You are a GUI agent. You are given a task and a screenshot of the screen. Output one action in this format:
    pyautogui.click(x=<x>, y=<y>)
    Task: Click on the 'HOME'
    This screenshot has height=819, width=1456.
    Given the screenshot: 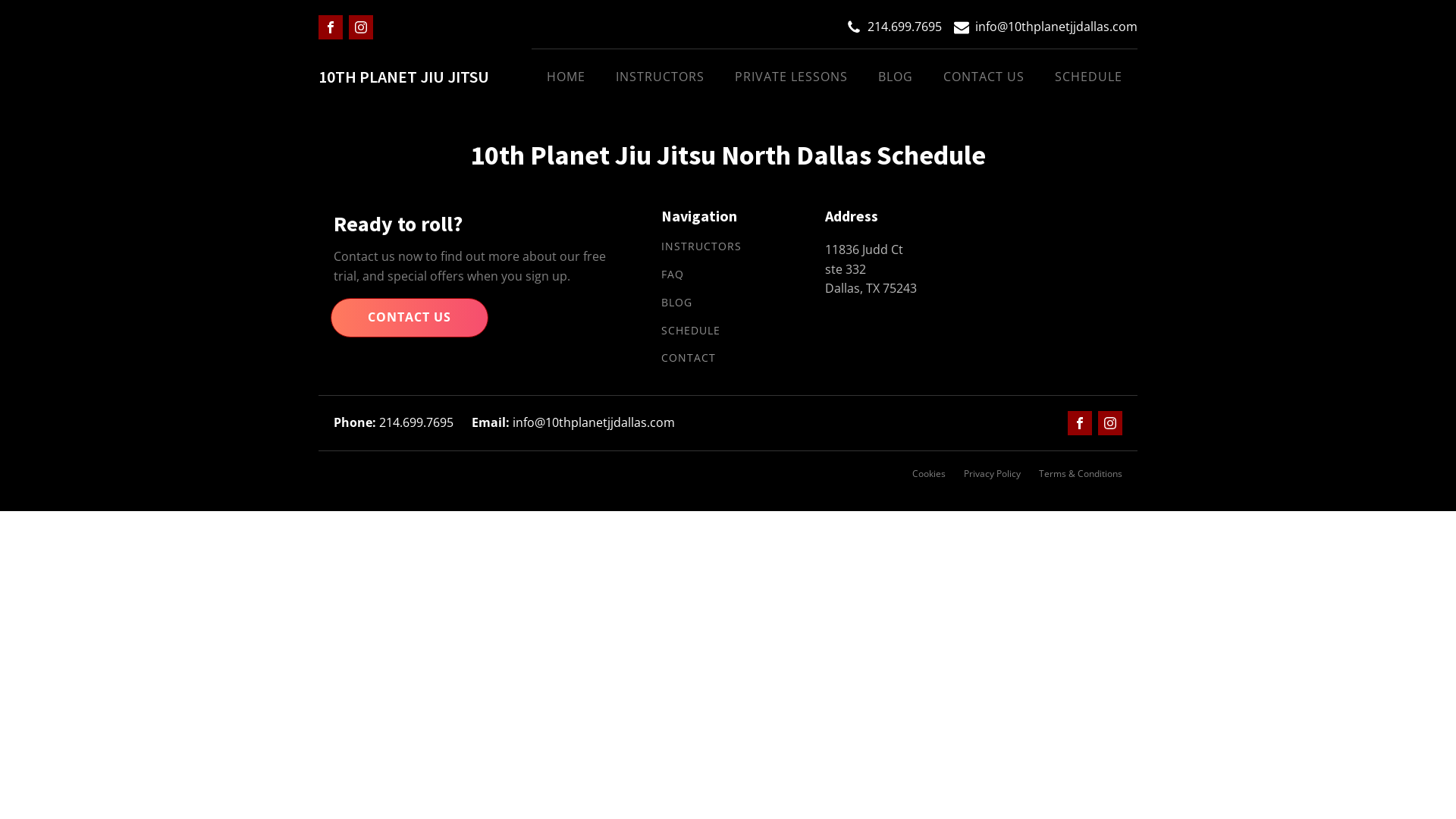 What is the action you would take?
    pyautogui.click(x=531, y=77)
    